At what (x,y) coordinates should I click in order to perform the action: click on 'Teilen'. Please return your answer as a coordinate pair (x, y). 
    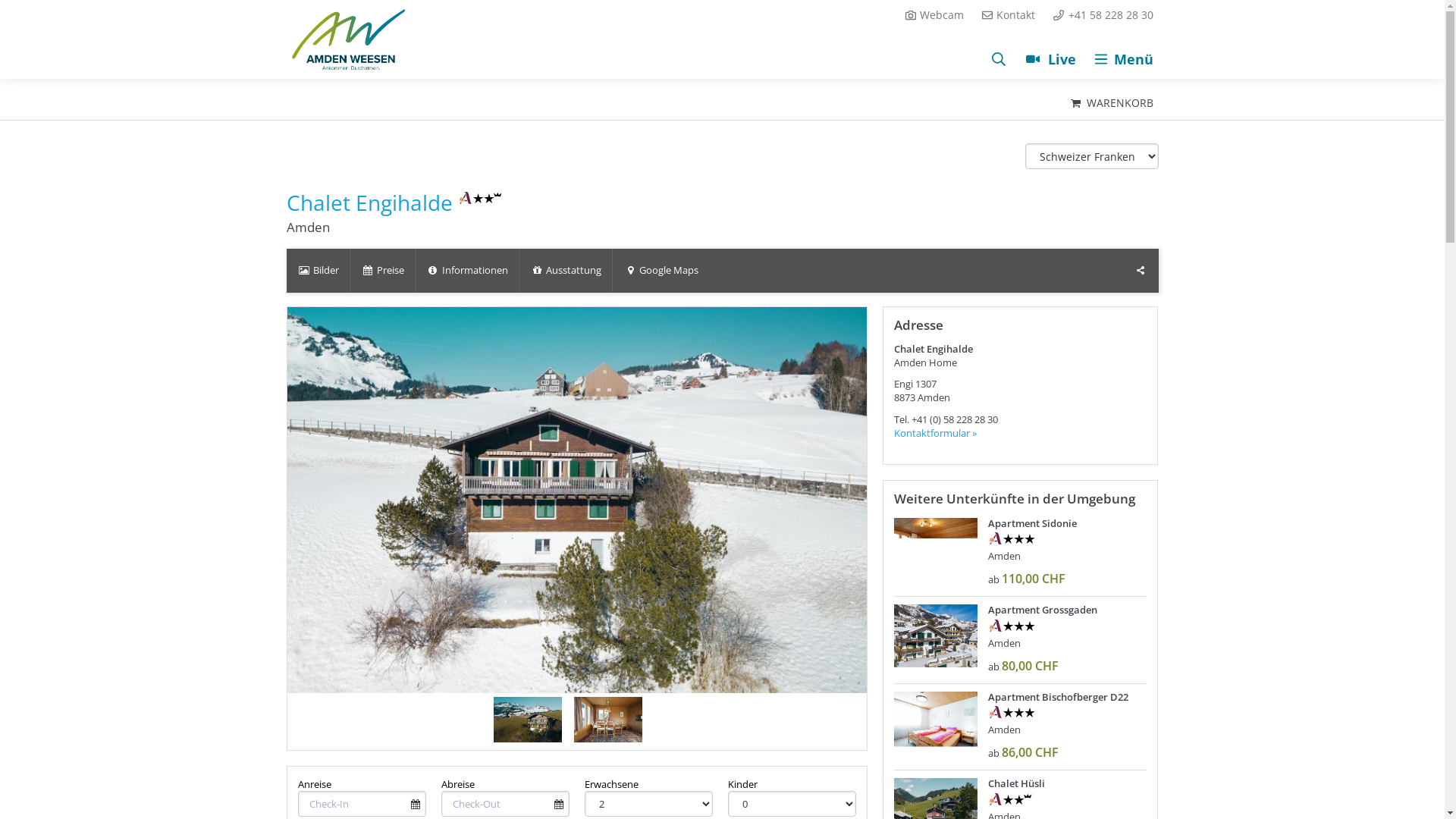
    Looking at the image, I should click on (1140, 270).